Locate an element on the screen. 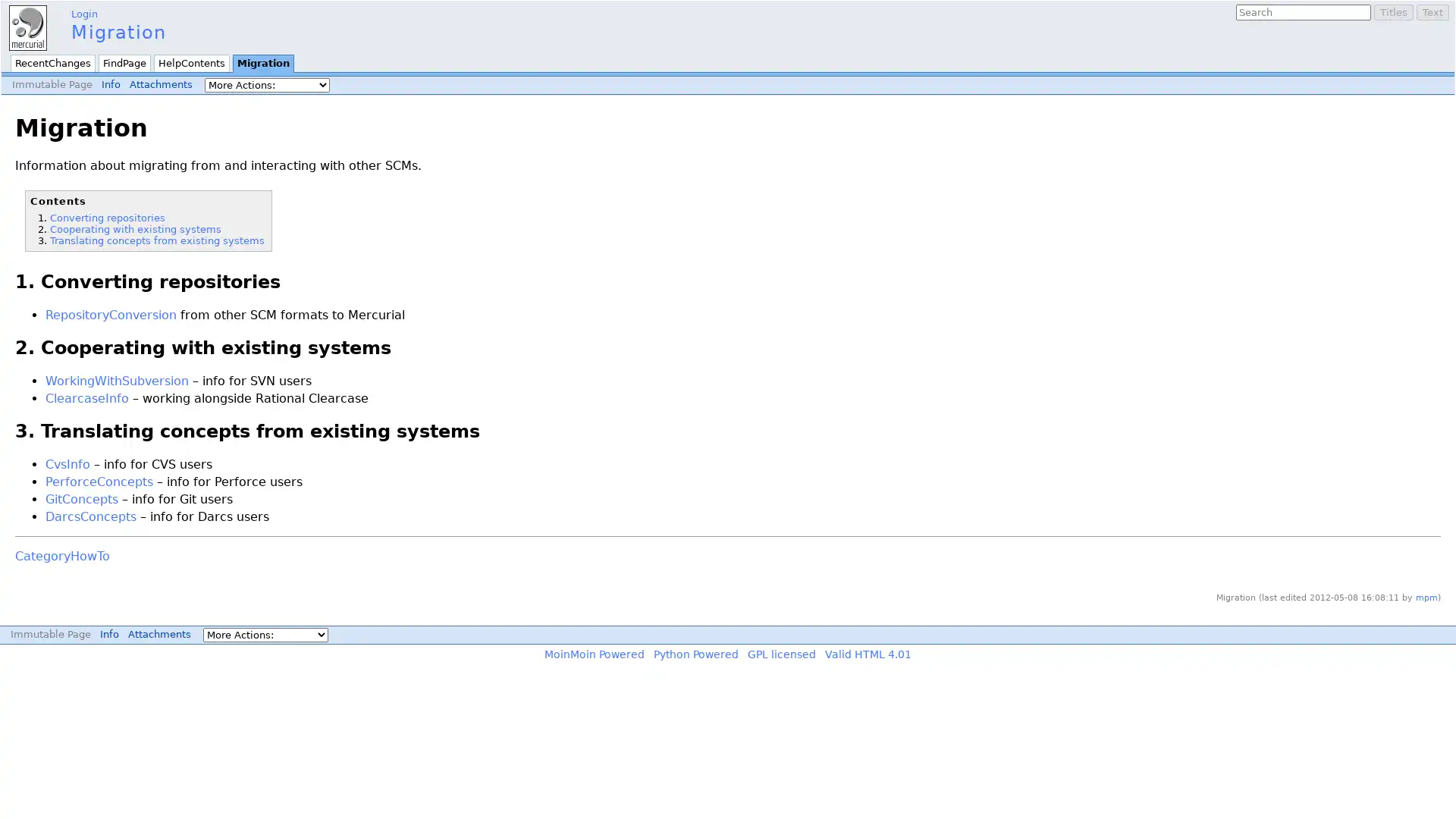 The height and width of the screenshot is (819, 1456). Titles is located at coordinates (1394, 12).